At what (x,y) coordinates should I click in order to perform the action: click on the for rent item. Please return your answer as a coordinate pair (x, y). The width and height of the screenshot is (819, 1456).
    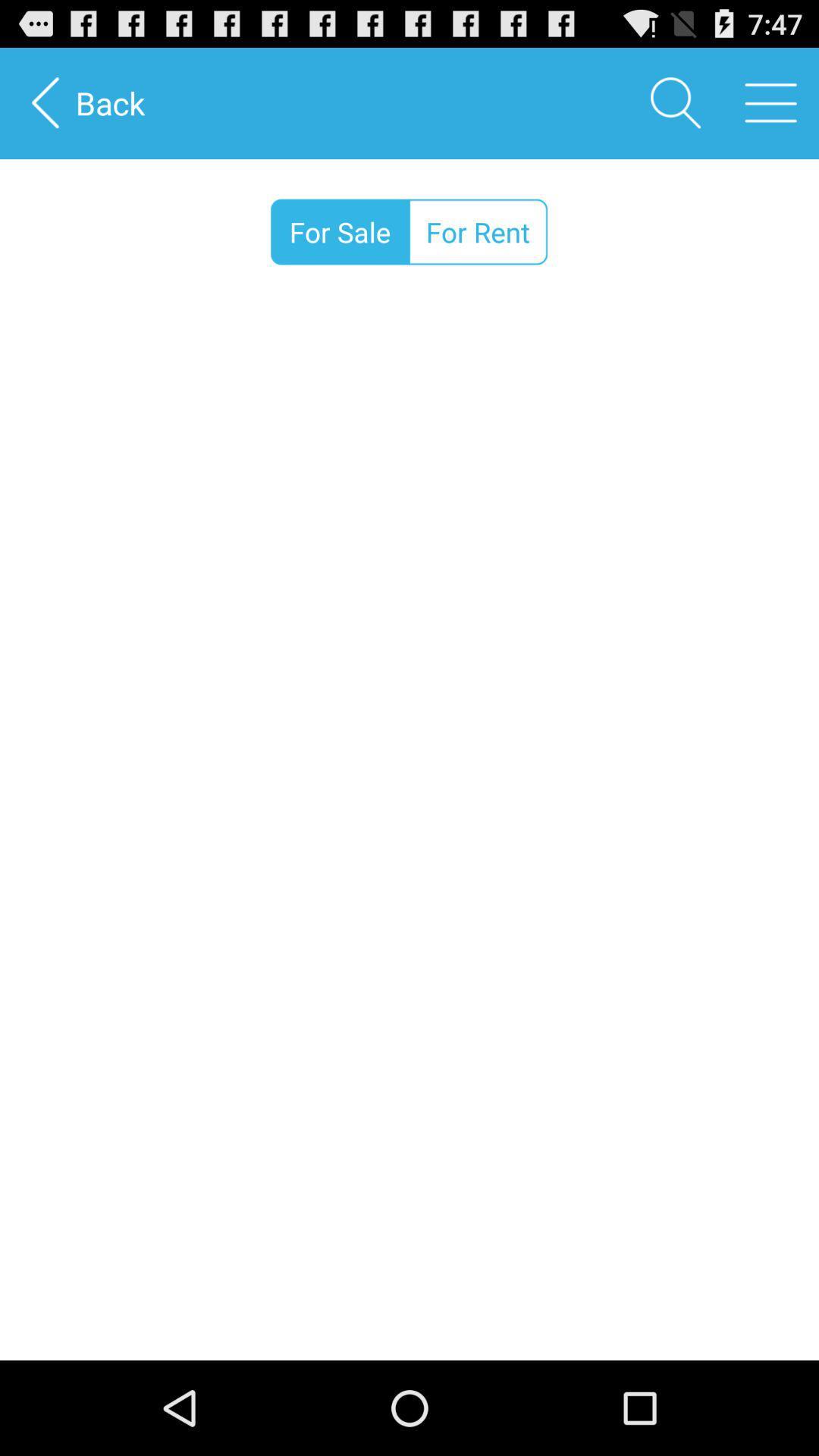
    Looking at the image, I should click on (478, 231).